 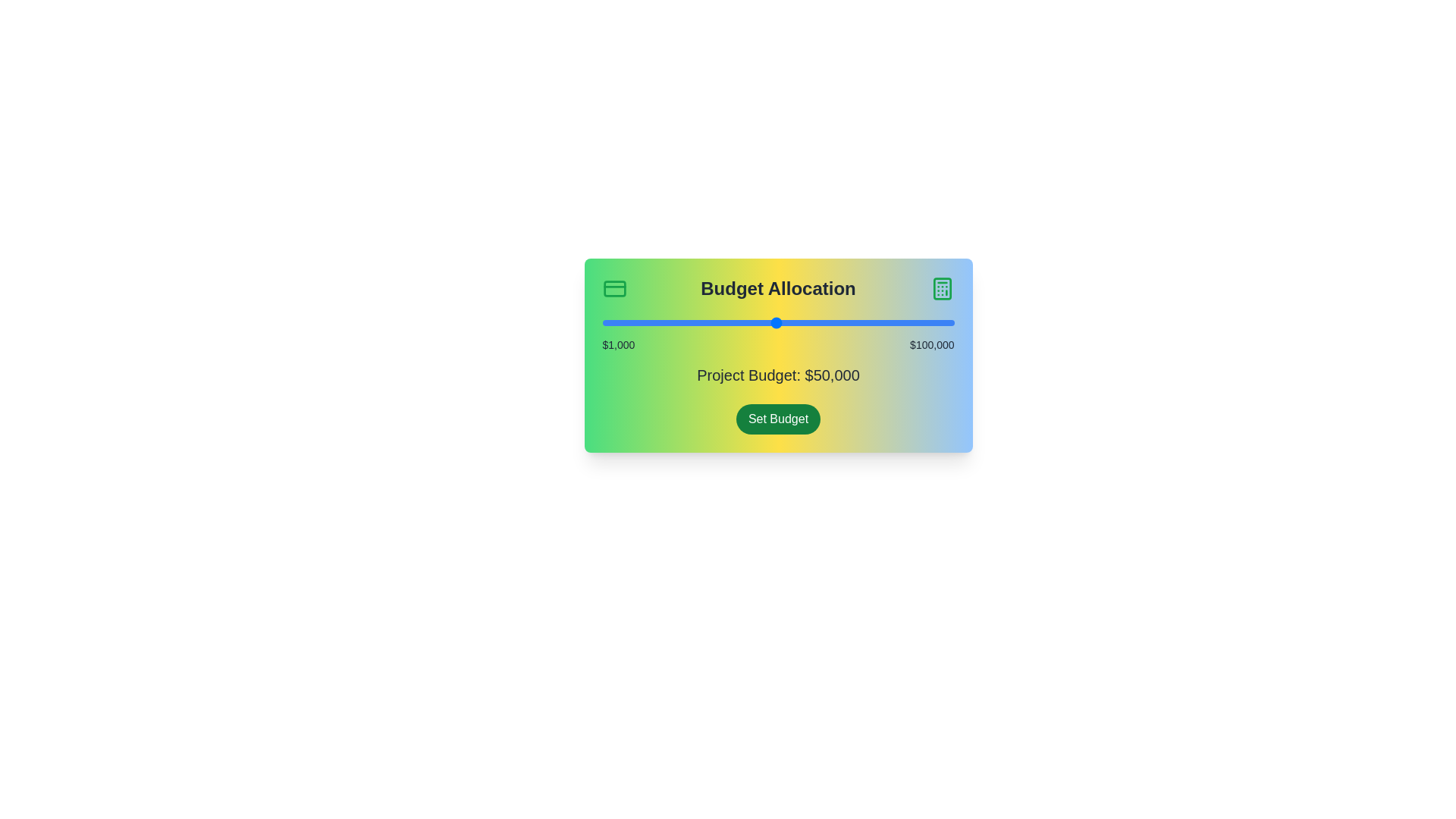 What do you see at coordinates (839, 322) in the screenshot?
I see `the slider to set the project budget to 67771 dollars` at bounding box center [839, 322].